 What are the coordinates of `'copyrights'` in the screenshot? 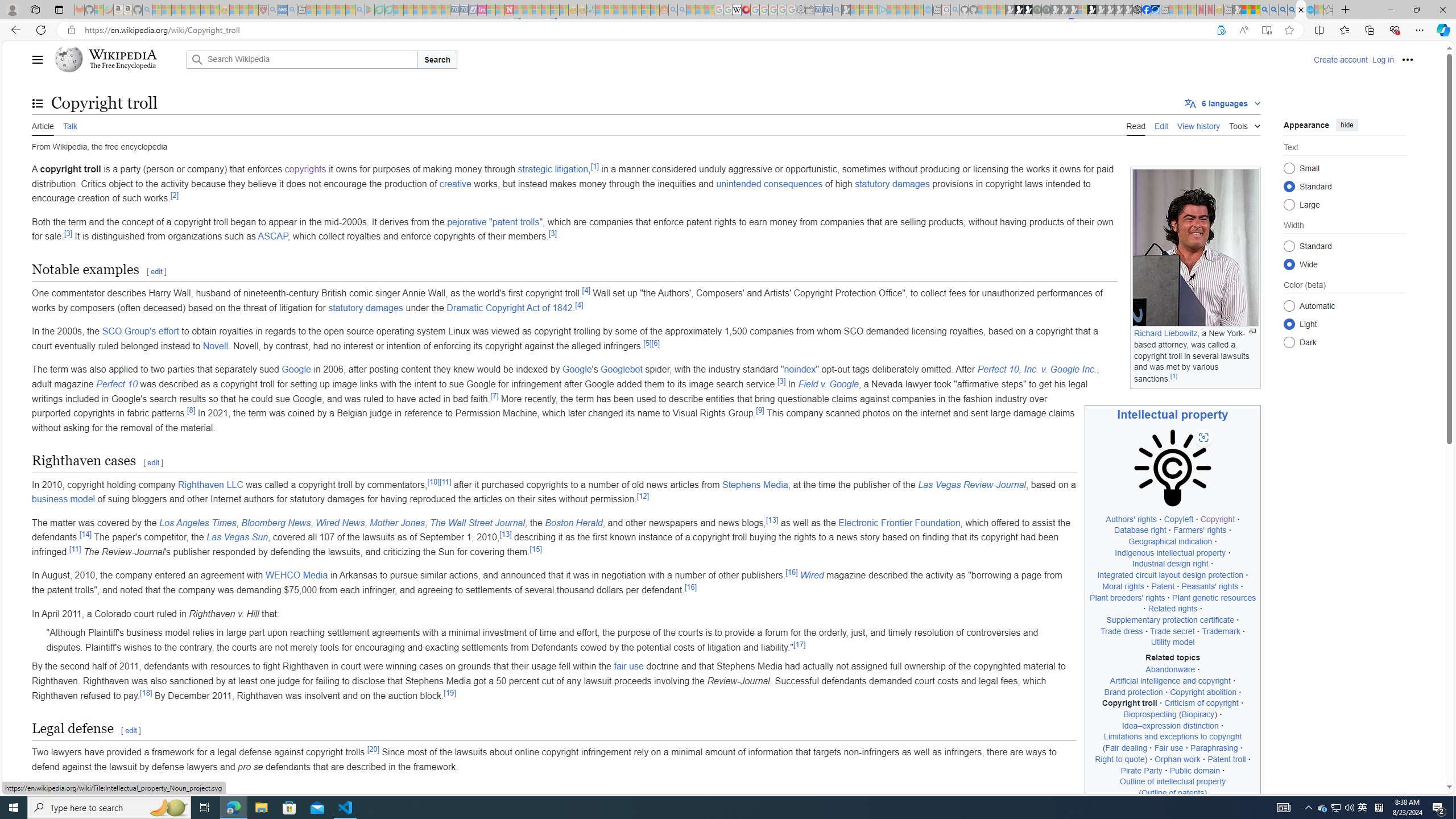 It's located at (304, 169).